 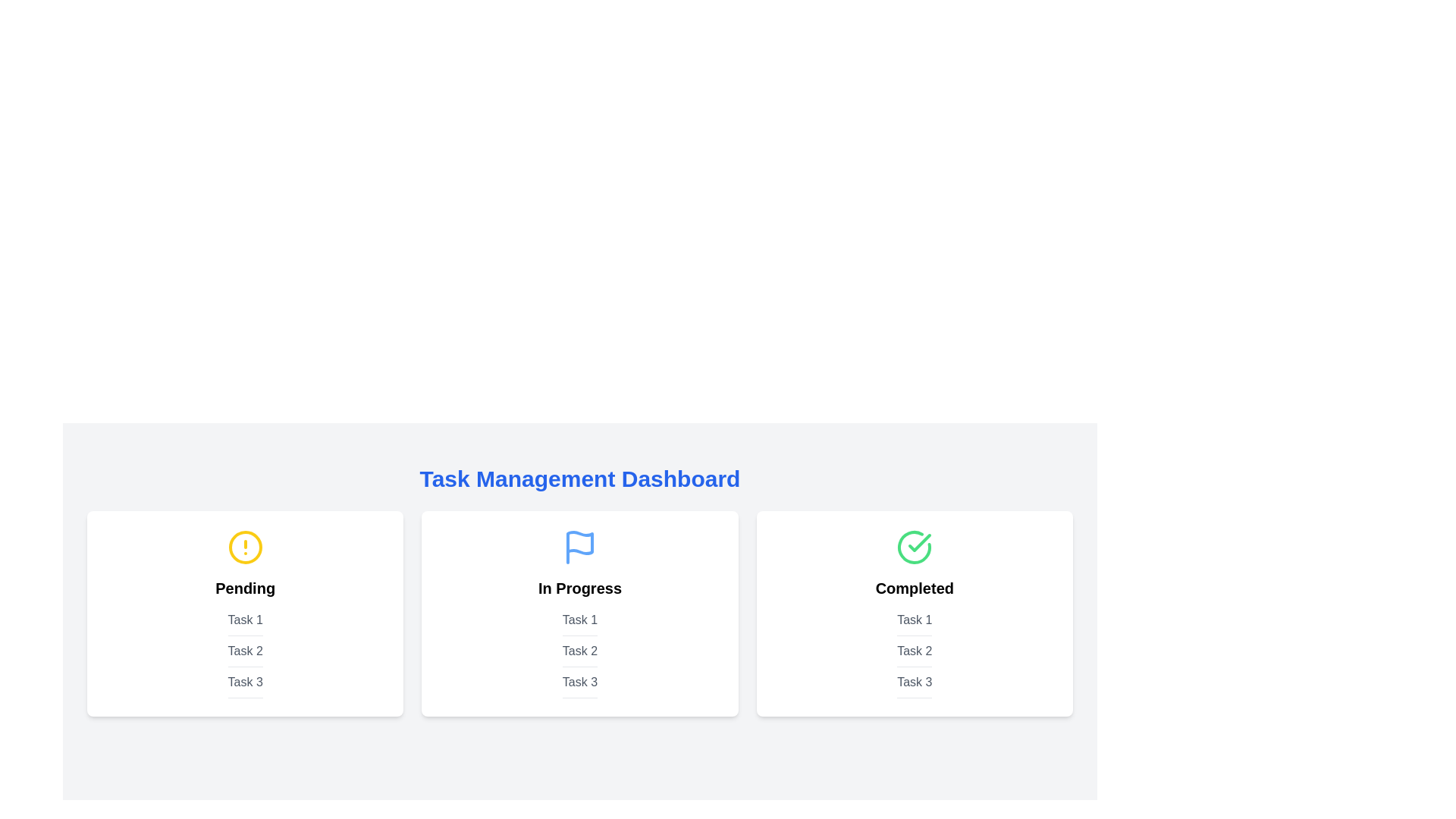 What do you see at coordinates (919, 542) in the screenshot?
I see `the green checkmark icon located inside the circular green icon on the rightmost card labeled 'Completed' in a row of three cards` at bounding box center [919, 542].